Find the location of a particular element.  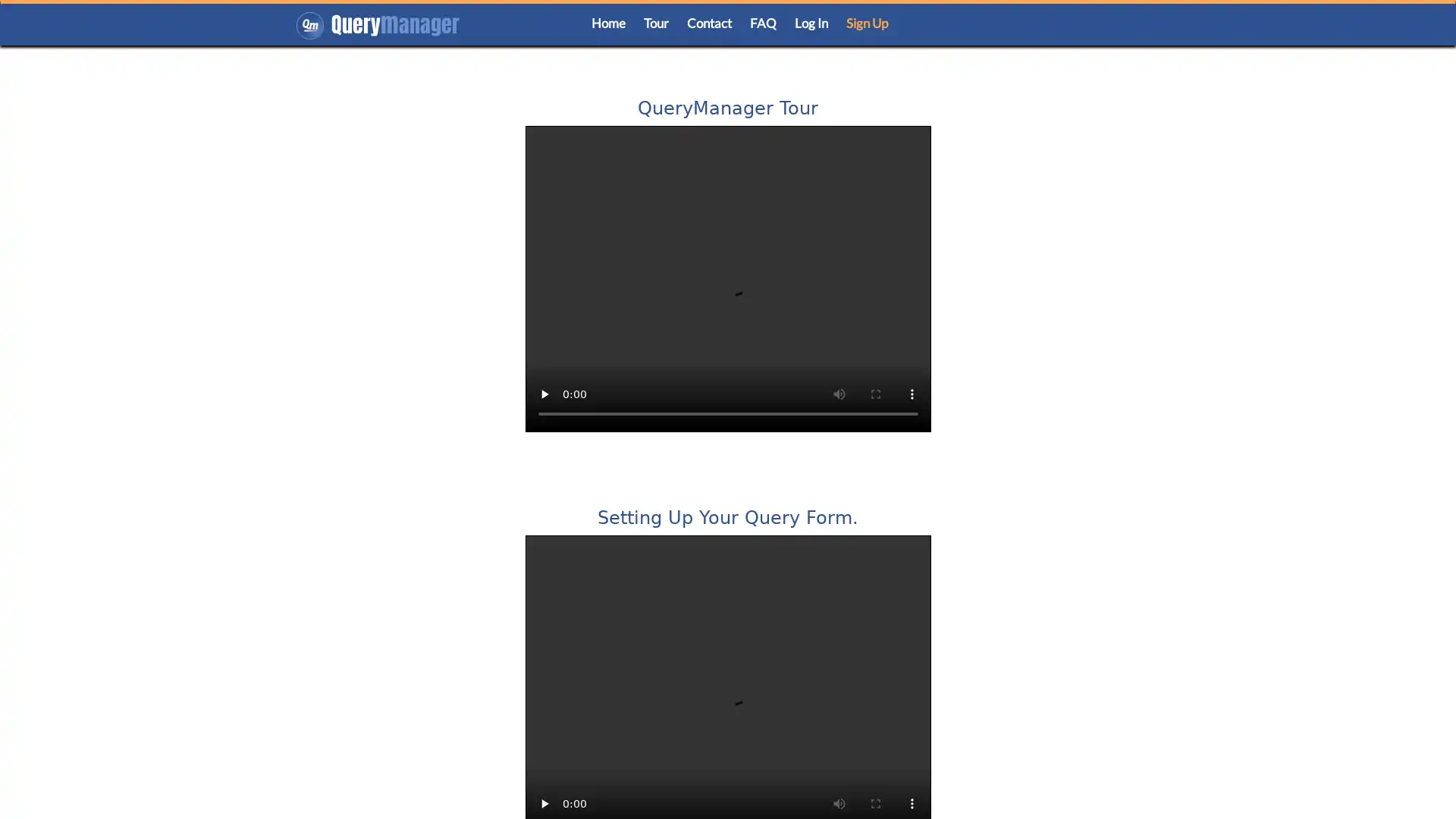

play is located at coordinates (543, 394).